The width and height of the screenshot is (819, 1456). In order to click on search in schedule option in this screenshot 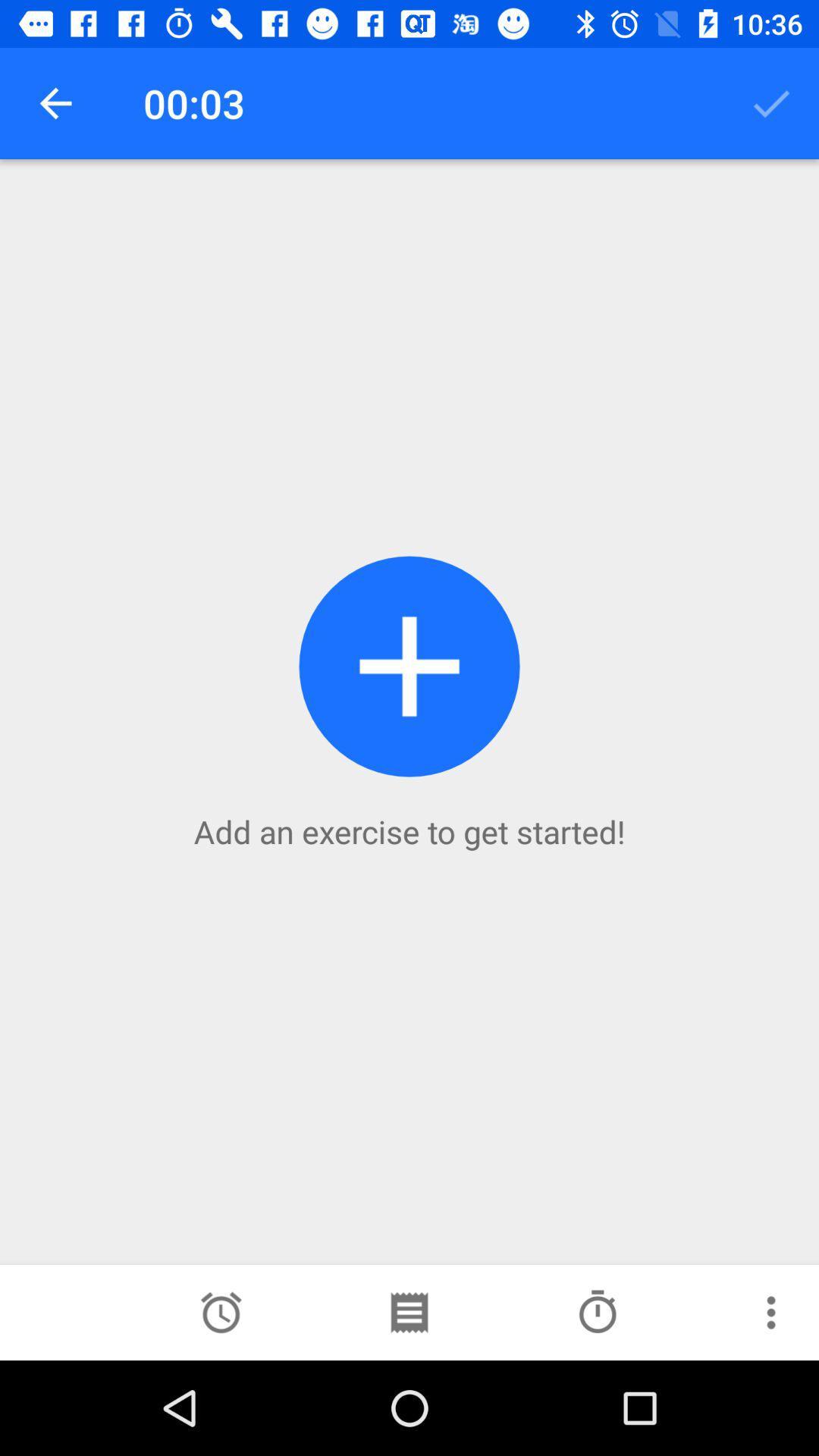, I will do `click(408, 1312)`.